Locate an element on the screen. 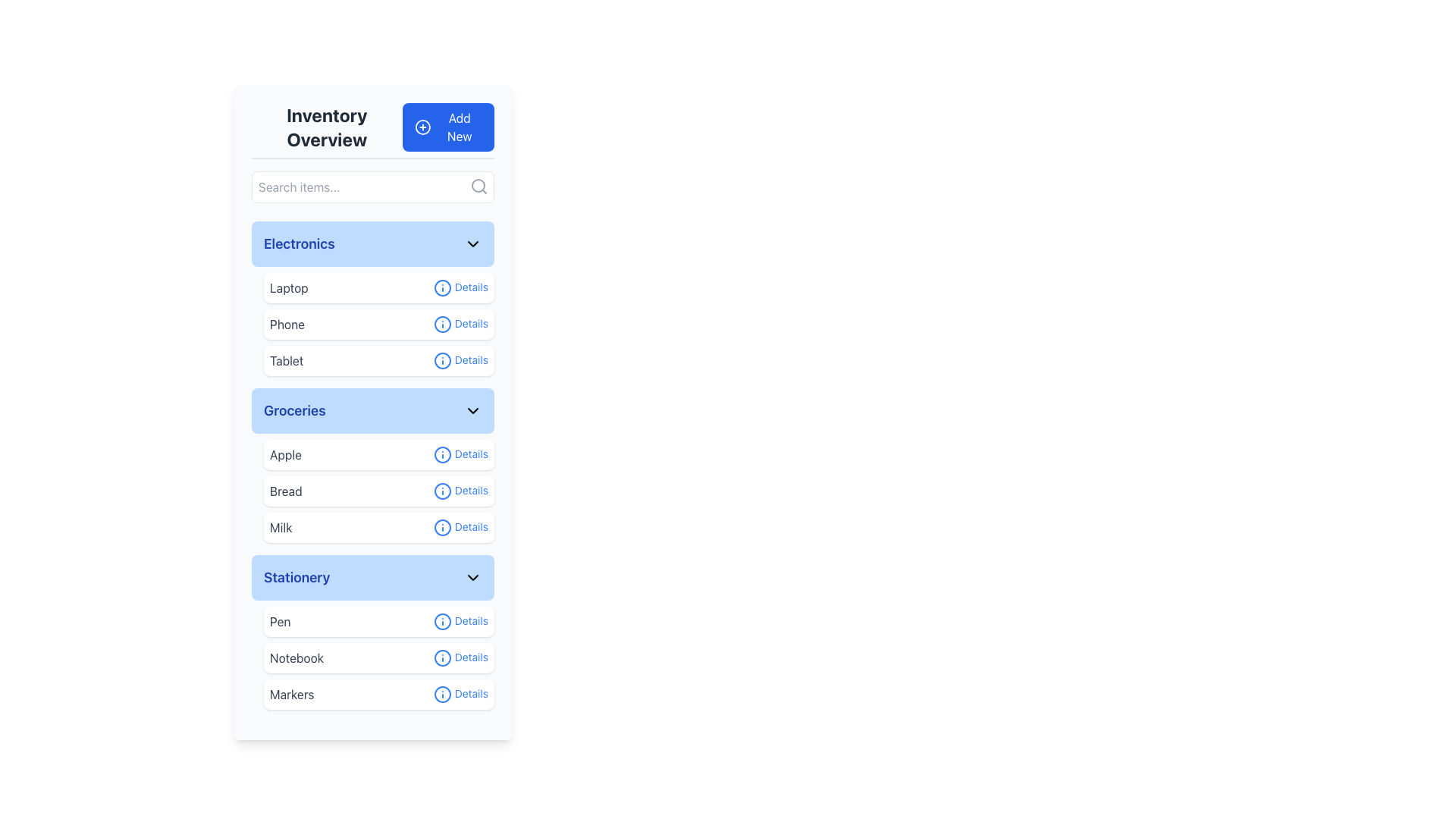  the circular information icon with a blue border located to the left of the 'Details' text in the 'Electronics' section is located at coordinates (441, 288).